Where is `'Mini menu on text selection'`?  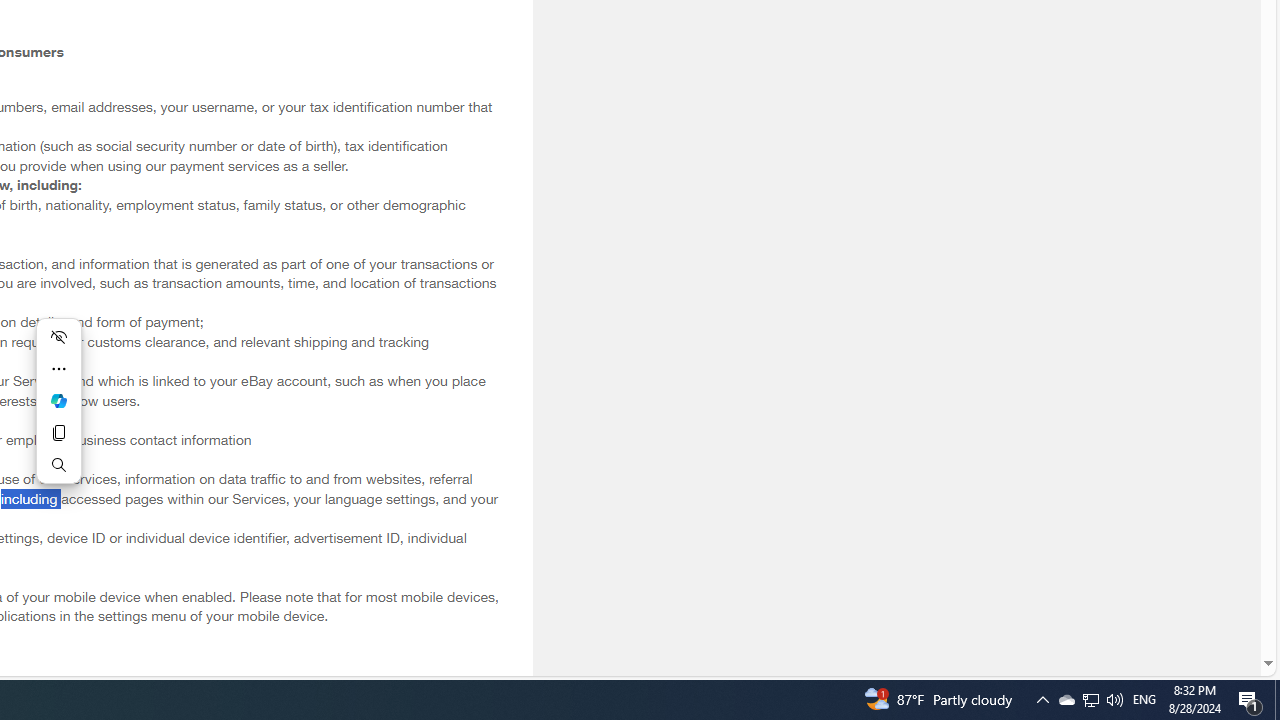 'Mini menu on text selection' is located at coordinates (58, 401).